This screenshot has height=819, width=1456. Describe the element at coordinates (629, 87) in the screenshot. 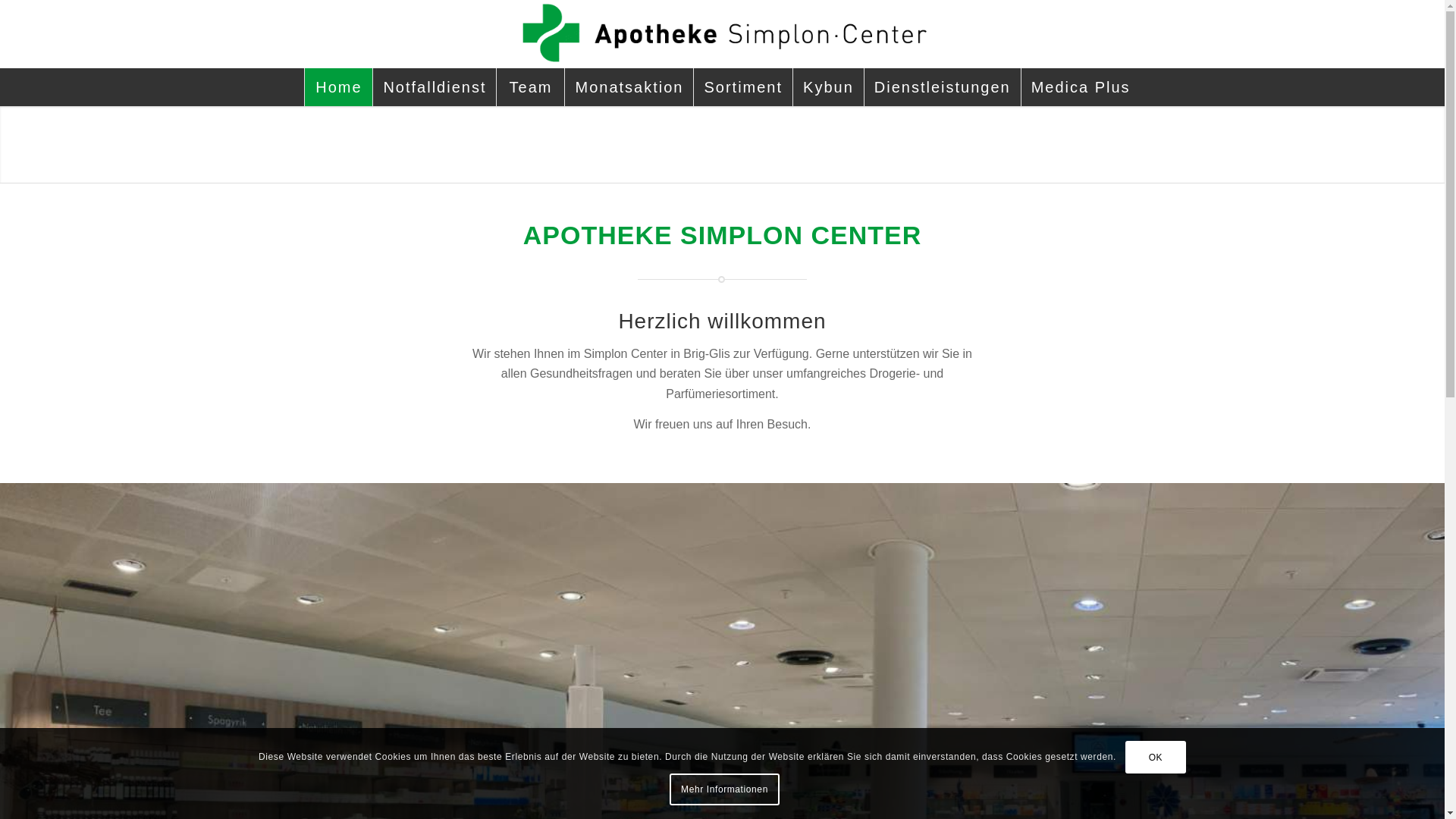

I see `'Monatsaktion'` at that location.